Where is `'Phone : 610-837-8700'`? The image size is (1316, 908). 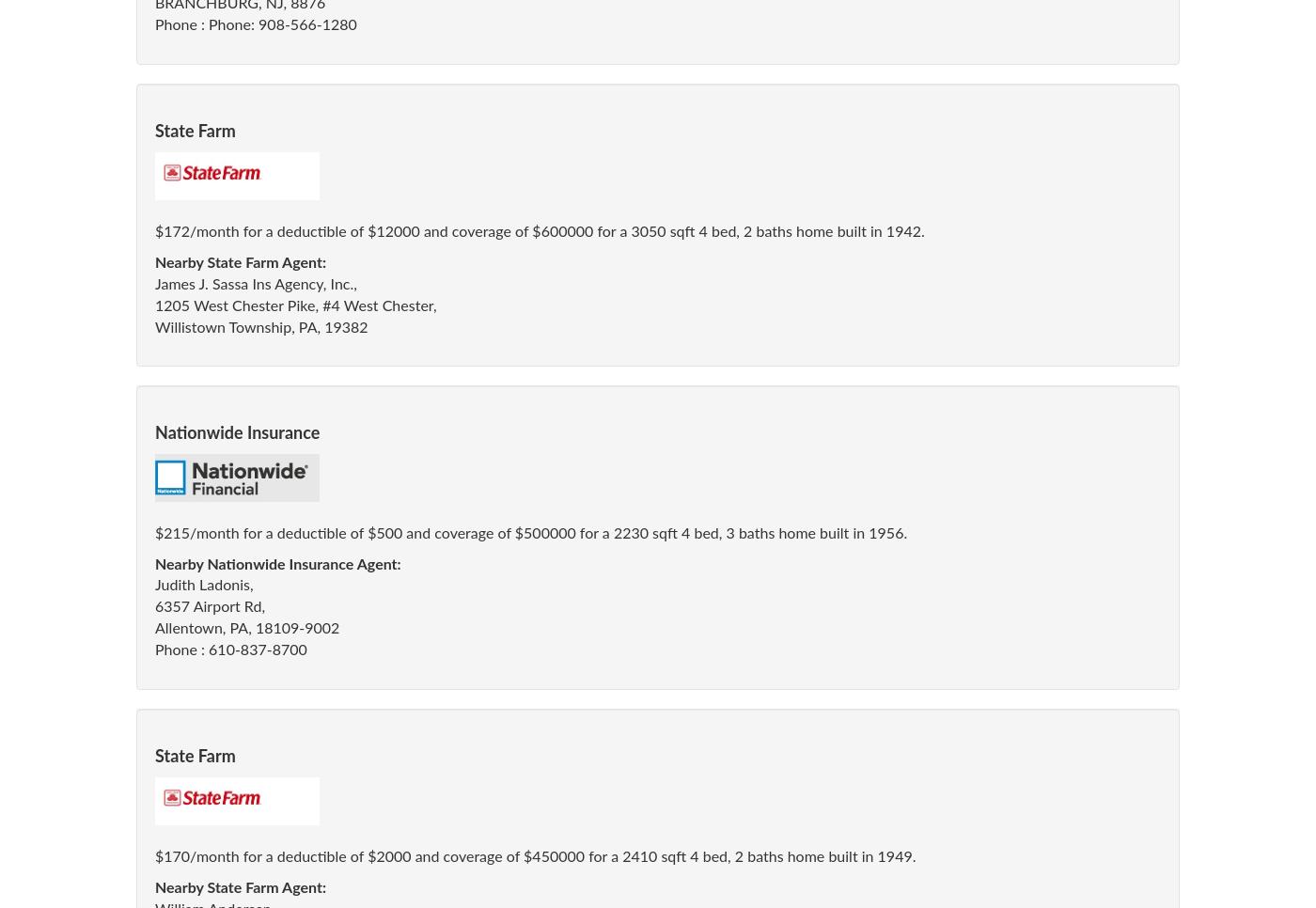 'Phone : 610-837-8700' is located at coordinates (229, 649).